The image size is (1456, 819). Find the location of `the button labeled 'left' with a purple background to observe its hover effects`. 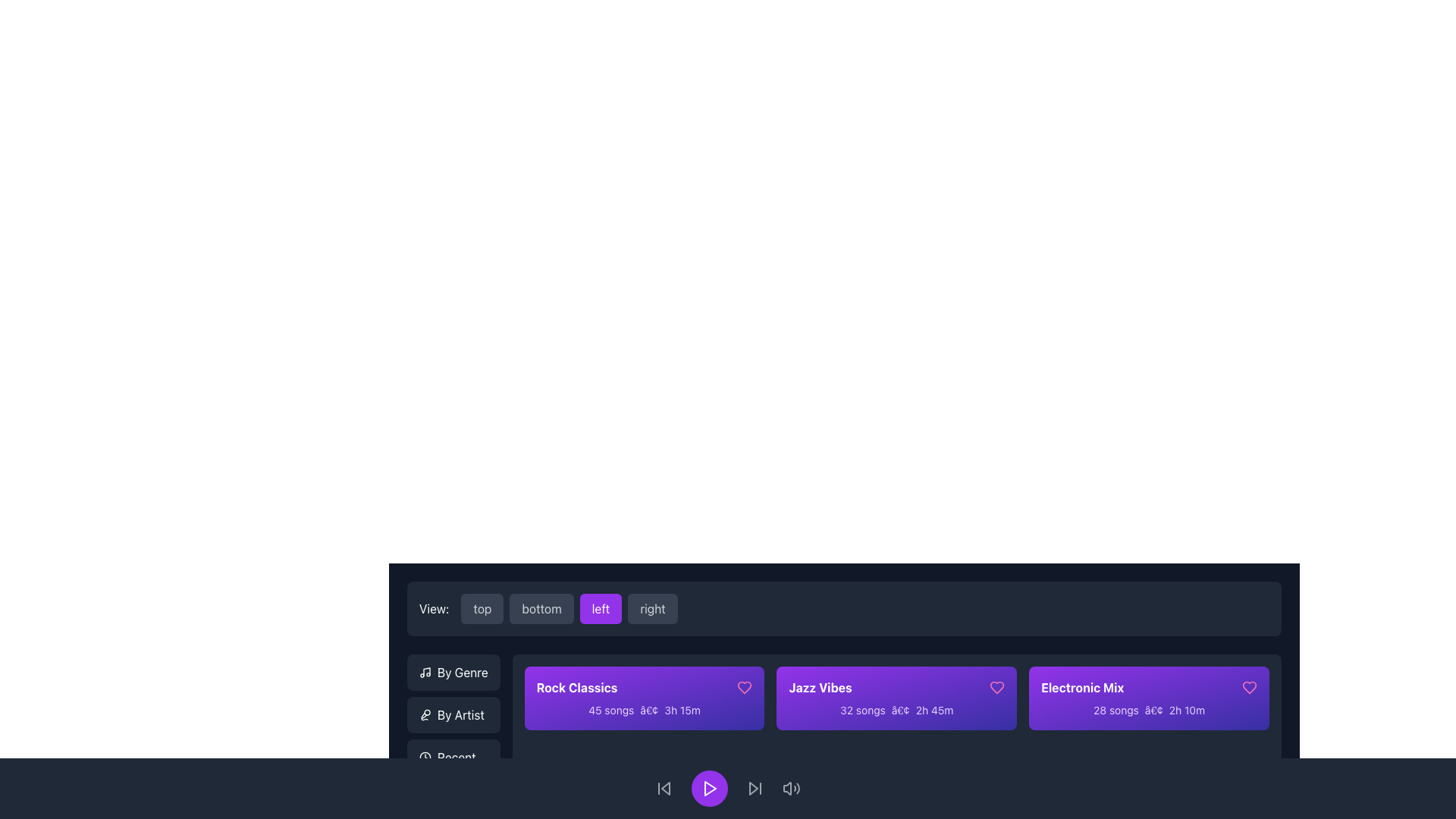

the button labeled 'left' with a purple background to observe its hover effects is located at coordinates (569, 607).